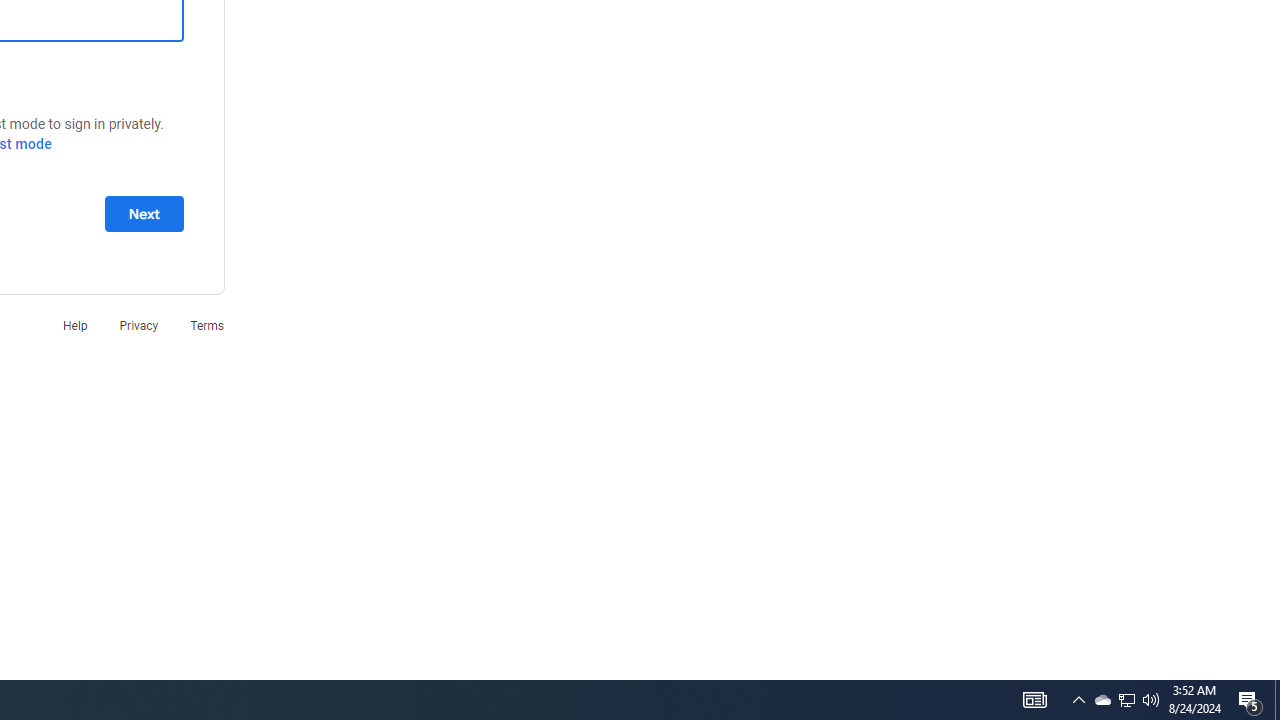 The height and width of the screenshot is (720, 1280). I want to click on 'Next', so click(143, 213).